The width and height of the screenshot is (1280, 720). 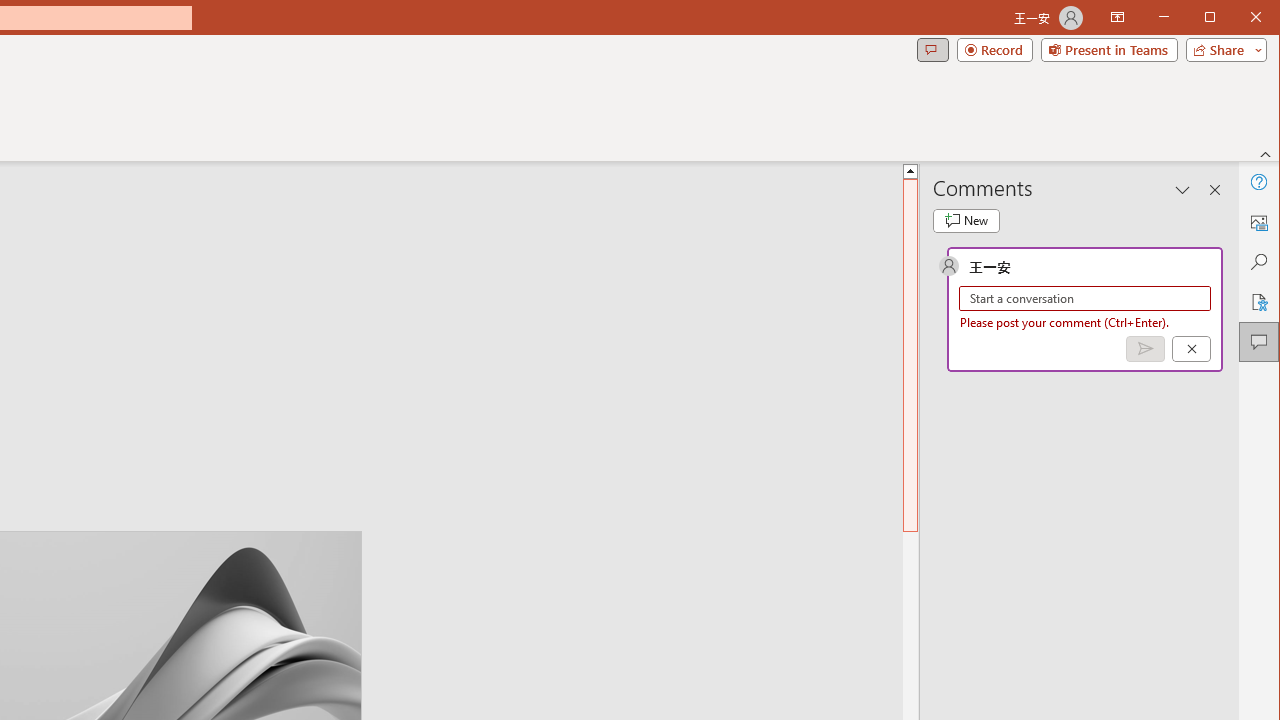 What do you see at coordinates (1145, 348) in the screenshot?
I see `'Post comment (Ctrl + Enter)'` at bounding box center [1145, 348].